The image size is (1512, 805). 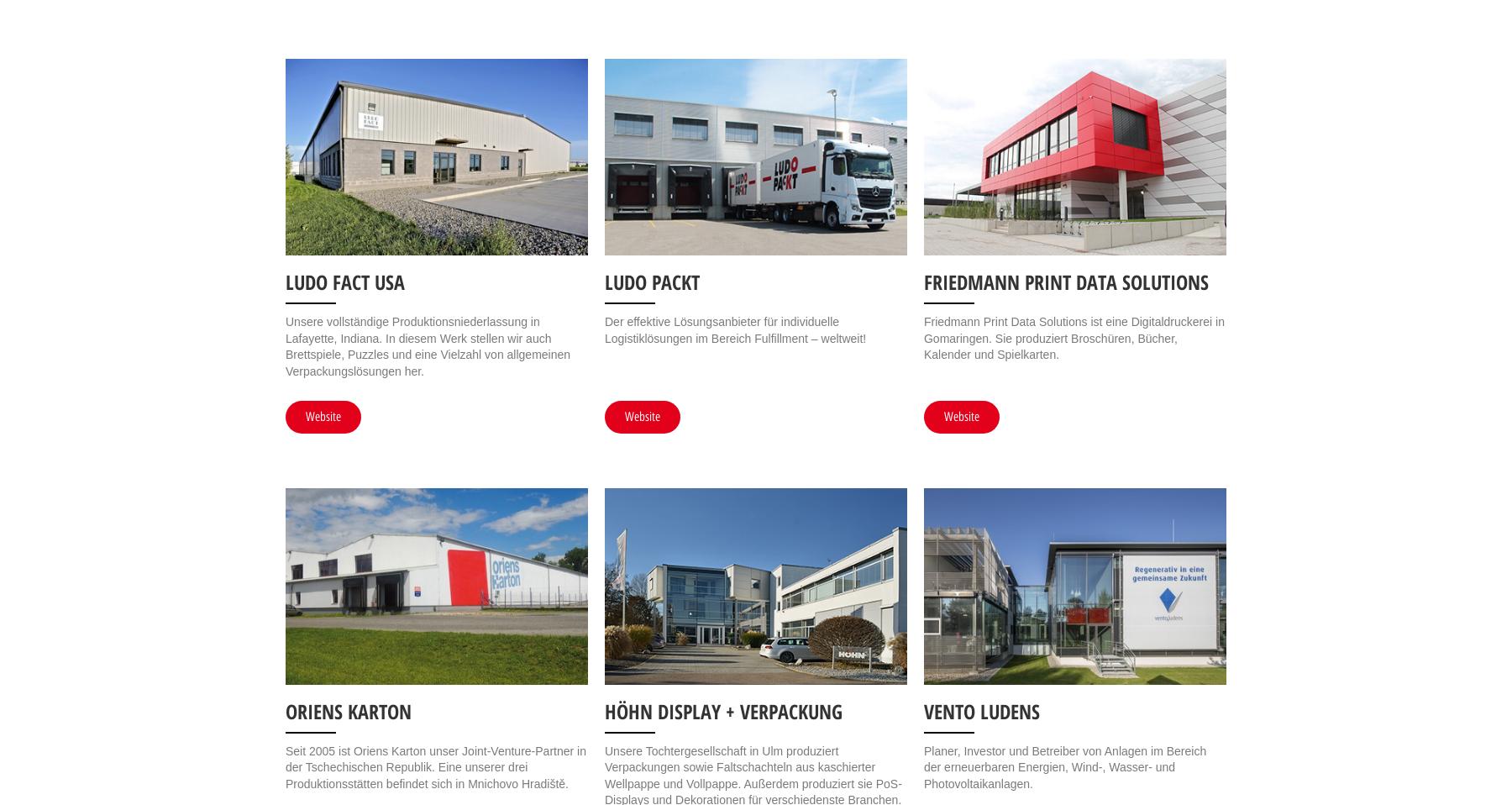 I want to click on 'Unsere vollständige Produktionsniederlassung in Lafayette, Indiana. In diesem Werk stellen wir auch Brettspiele, Puzzles und eine Vielzahl von allgemeinen Verpackungslösungen her.', so click(x=427, y=345).